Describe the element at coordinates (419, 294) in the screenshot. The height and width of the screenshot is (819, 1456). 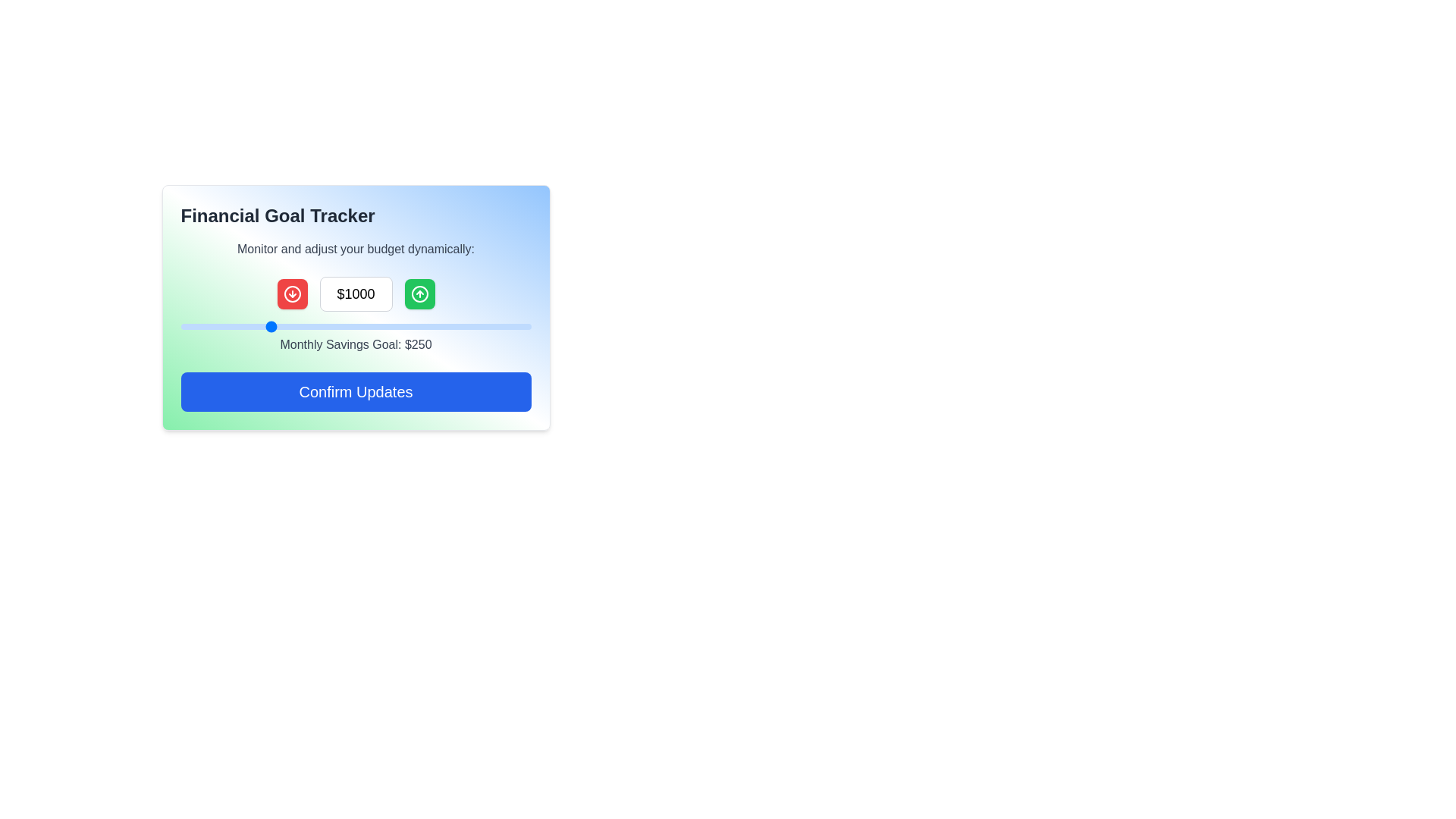
I see `the rounded rectangular green button with a white border and upward-pointing arrow icon for keyboard actions` at that location.